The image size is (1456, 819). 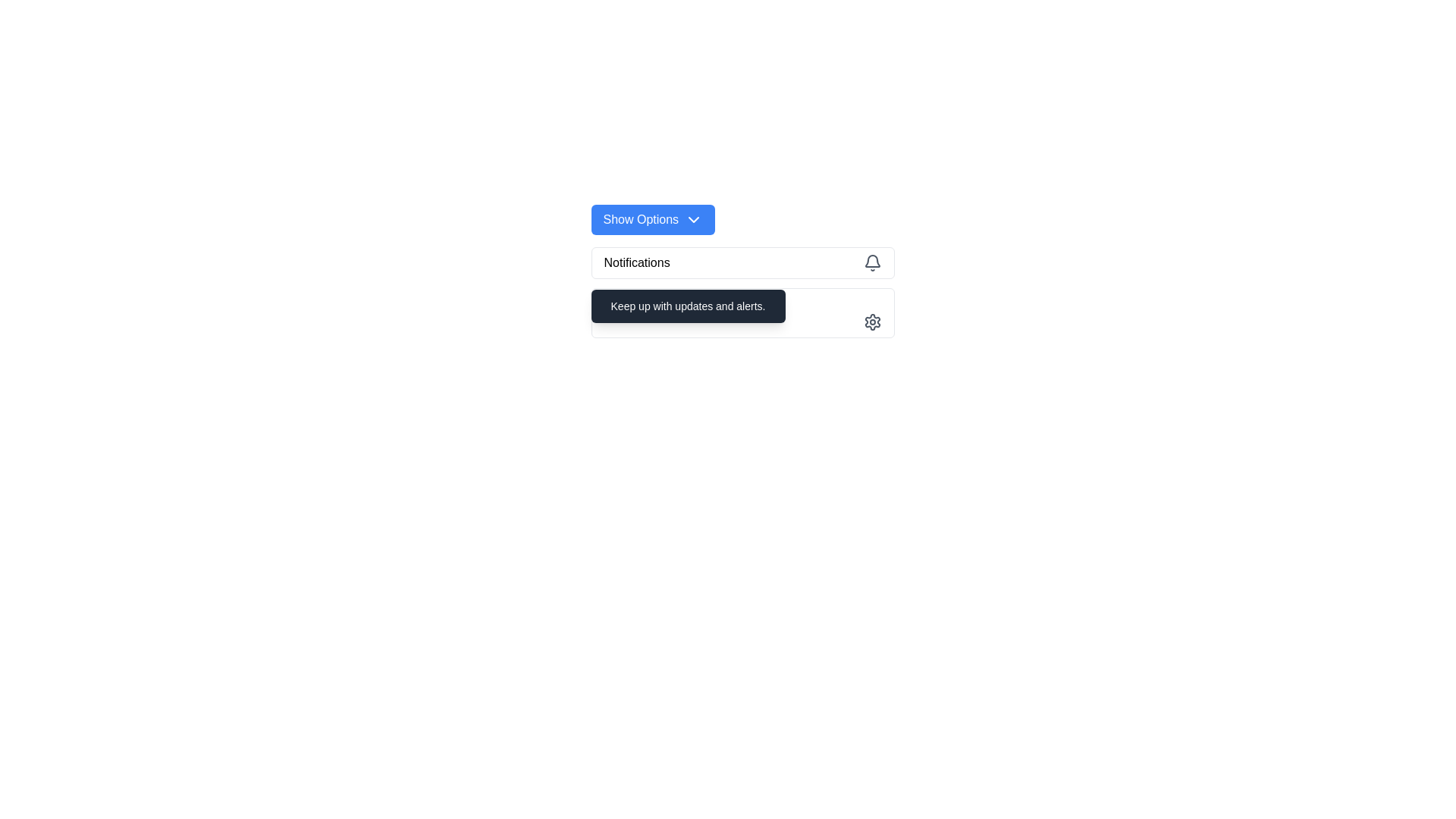 I want to click on the bell icon located at the top-right corner of the notifications box, so click(x=872, y=262).